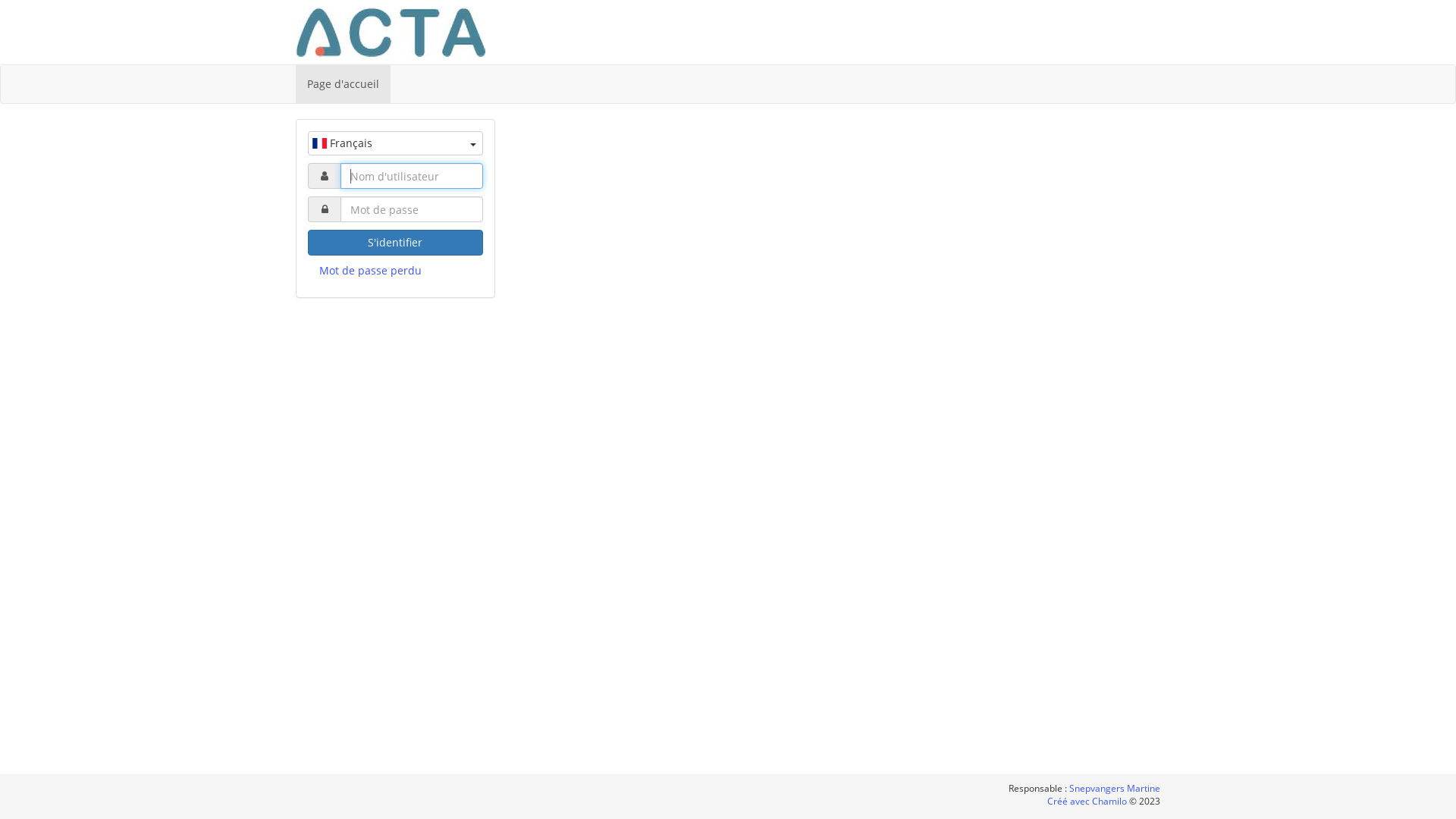 This screenshot has height=819, width=1456. I want to click on 'S'identifier', so click(395, 242).